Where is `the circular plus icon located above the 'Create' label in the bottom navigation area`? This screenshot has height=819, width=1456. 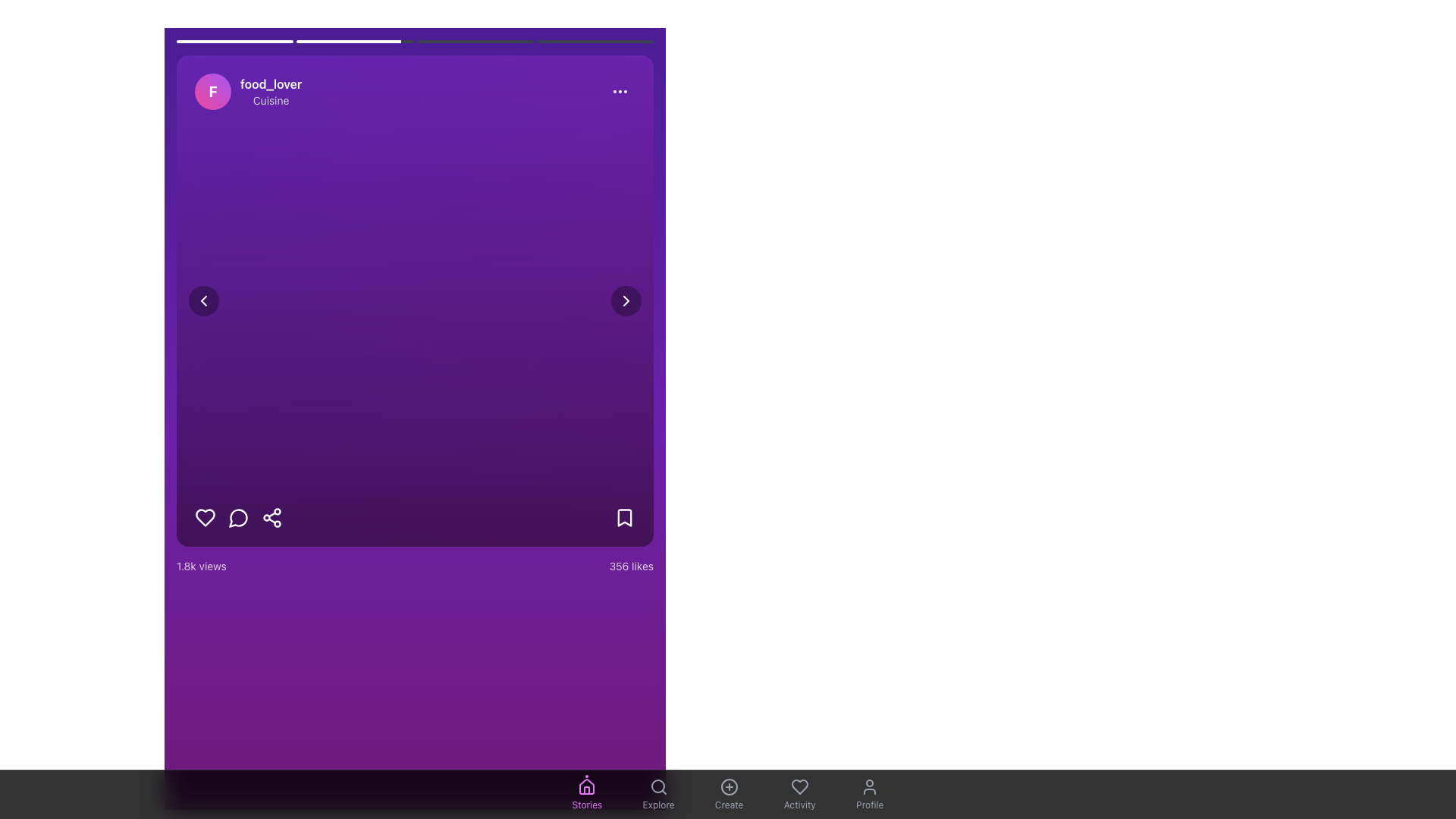 the circular plus icon located above the 'Create' label in the bottom navigation area is located at coordinates (729, 786).